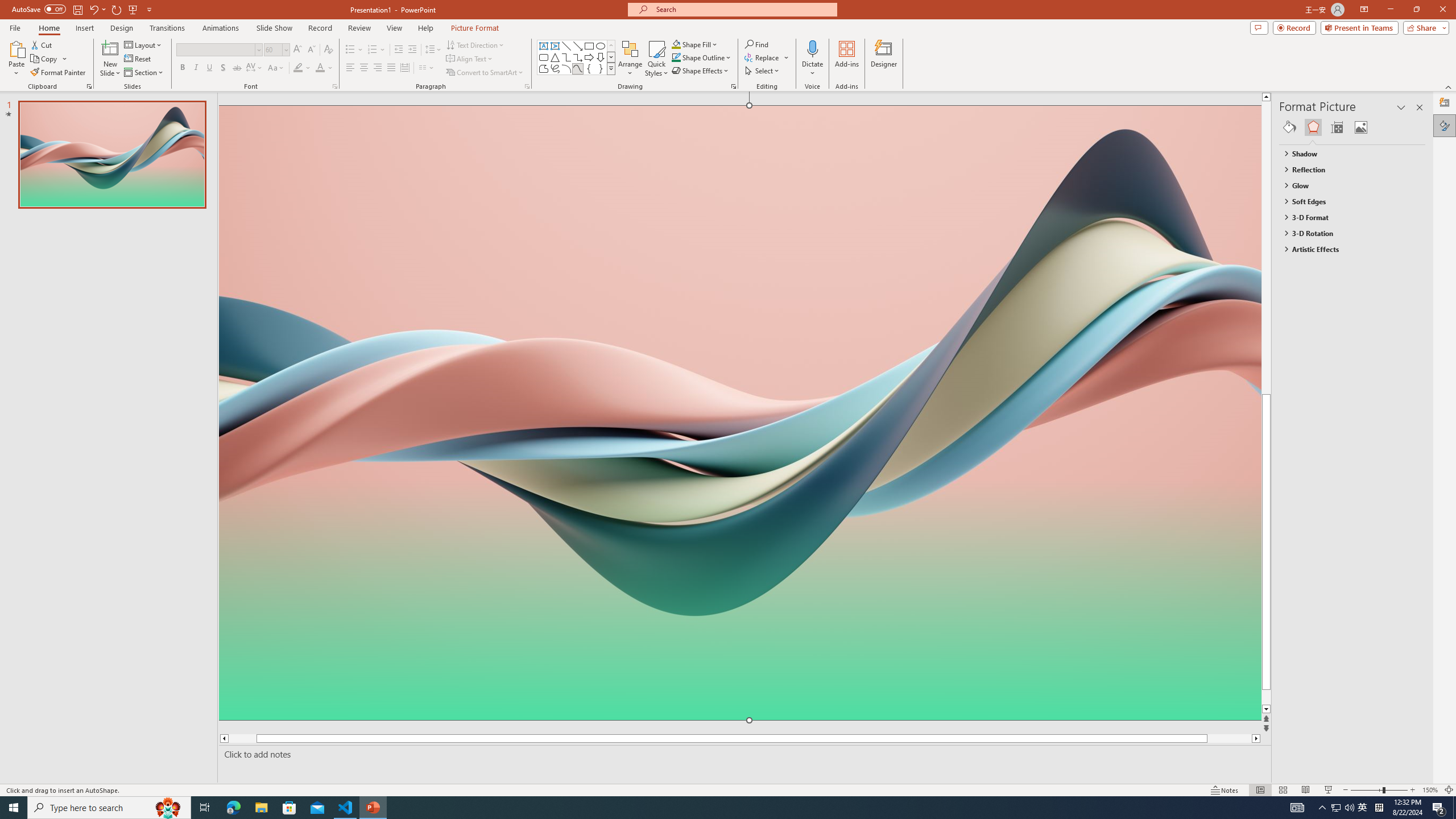 The width and height of the screenshot is (1456, 819). I want to click on 'Fill & Line', so click(1289, 126).